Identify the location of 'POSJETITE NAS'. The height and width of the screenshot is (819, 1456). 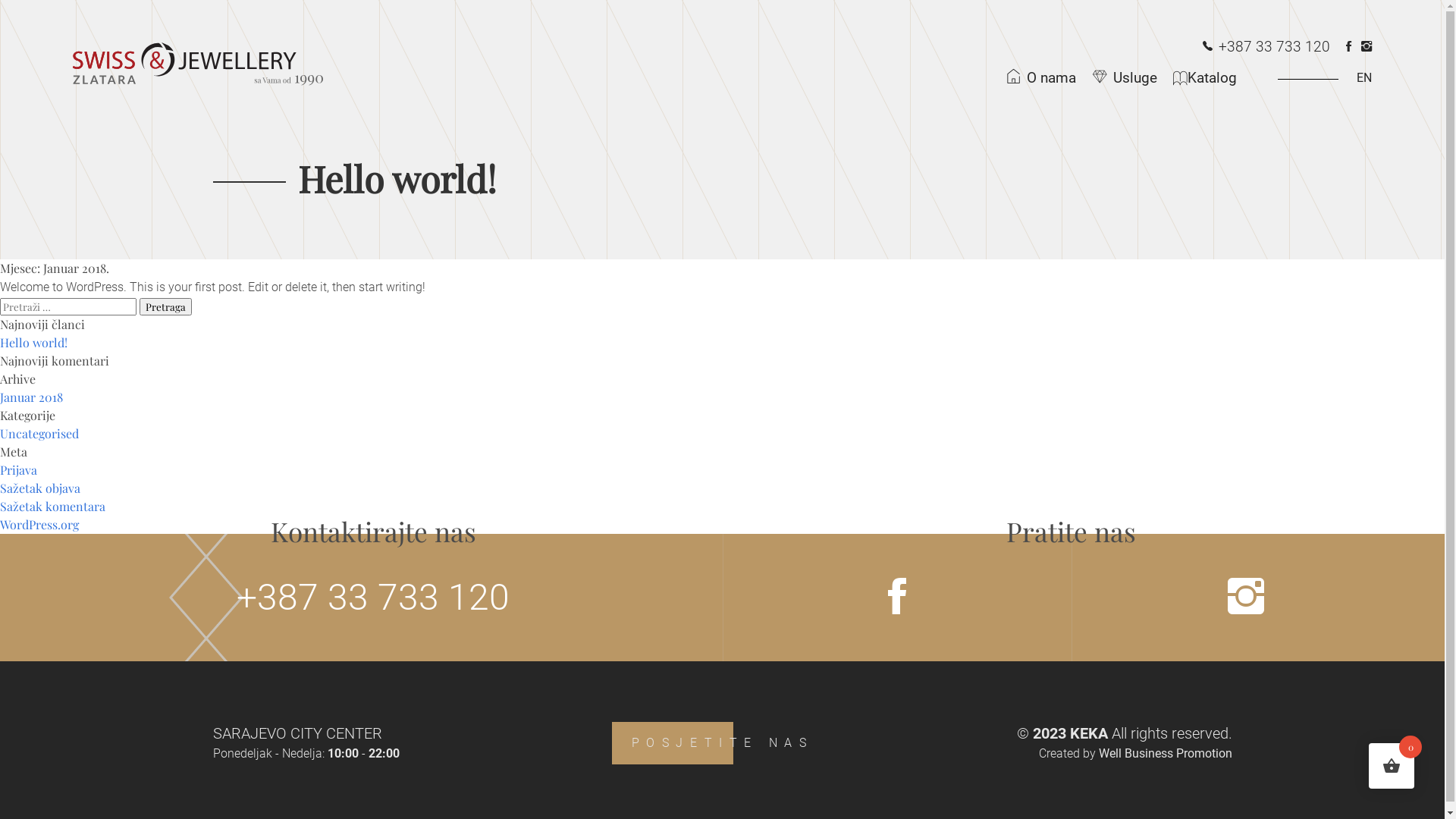
(611, 742).